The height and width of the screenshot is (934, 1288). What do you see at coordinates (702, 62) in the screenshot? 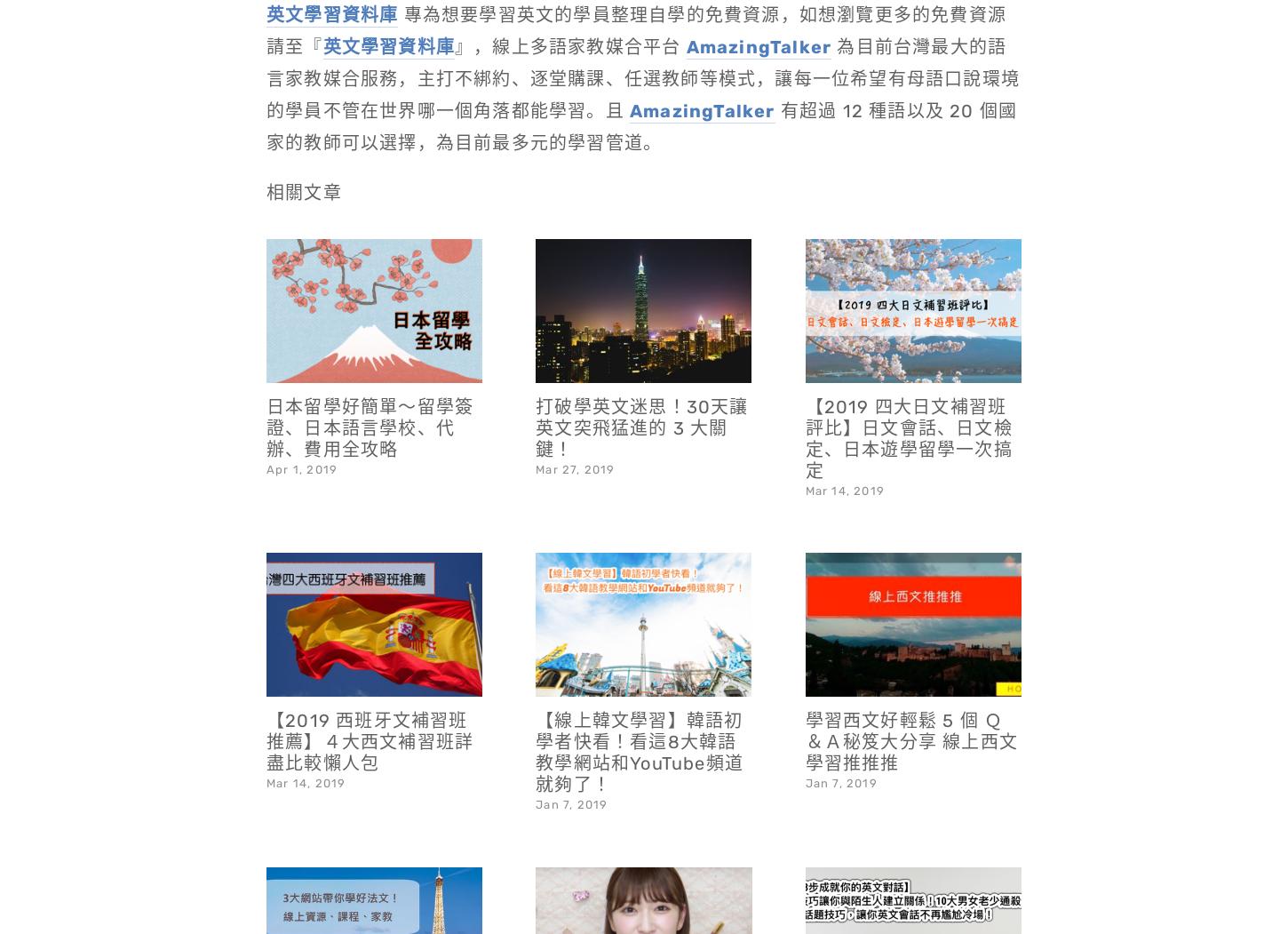
I see `'AmazingTalker'` at bounding box center [702, 62].